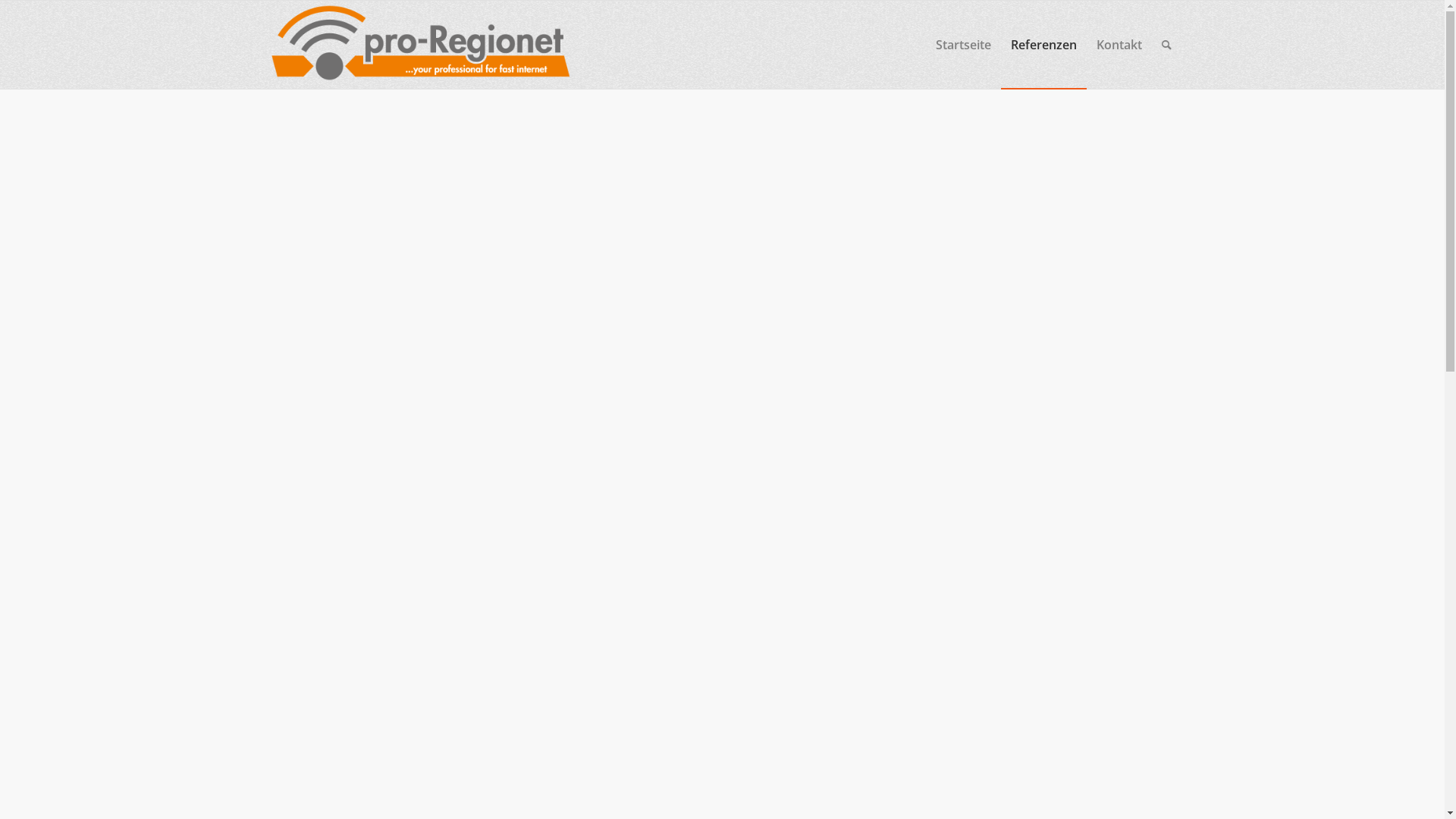  What do you see at coordinates (263, 43) in the screenshot?
I see `'180724_Logo_ProRegionet'` at bounding box center [263, 43].